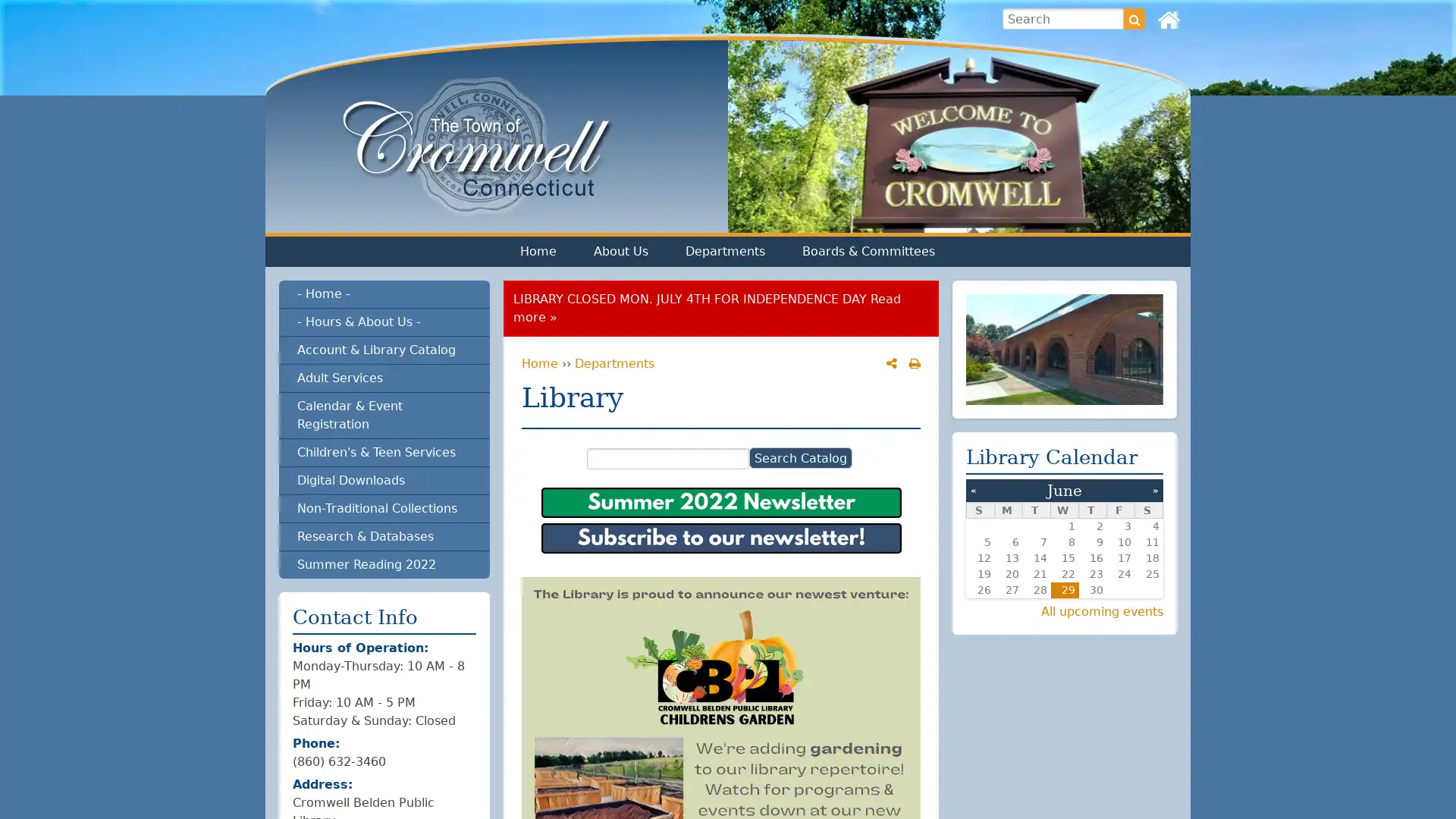  I want to click on Search Catalog, so click(799, 457).